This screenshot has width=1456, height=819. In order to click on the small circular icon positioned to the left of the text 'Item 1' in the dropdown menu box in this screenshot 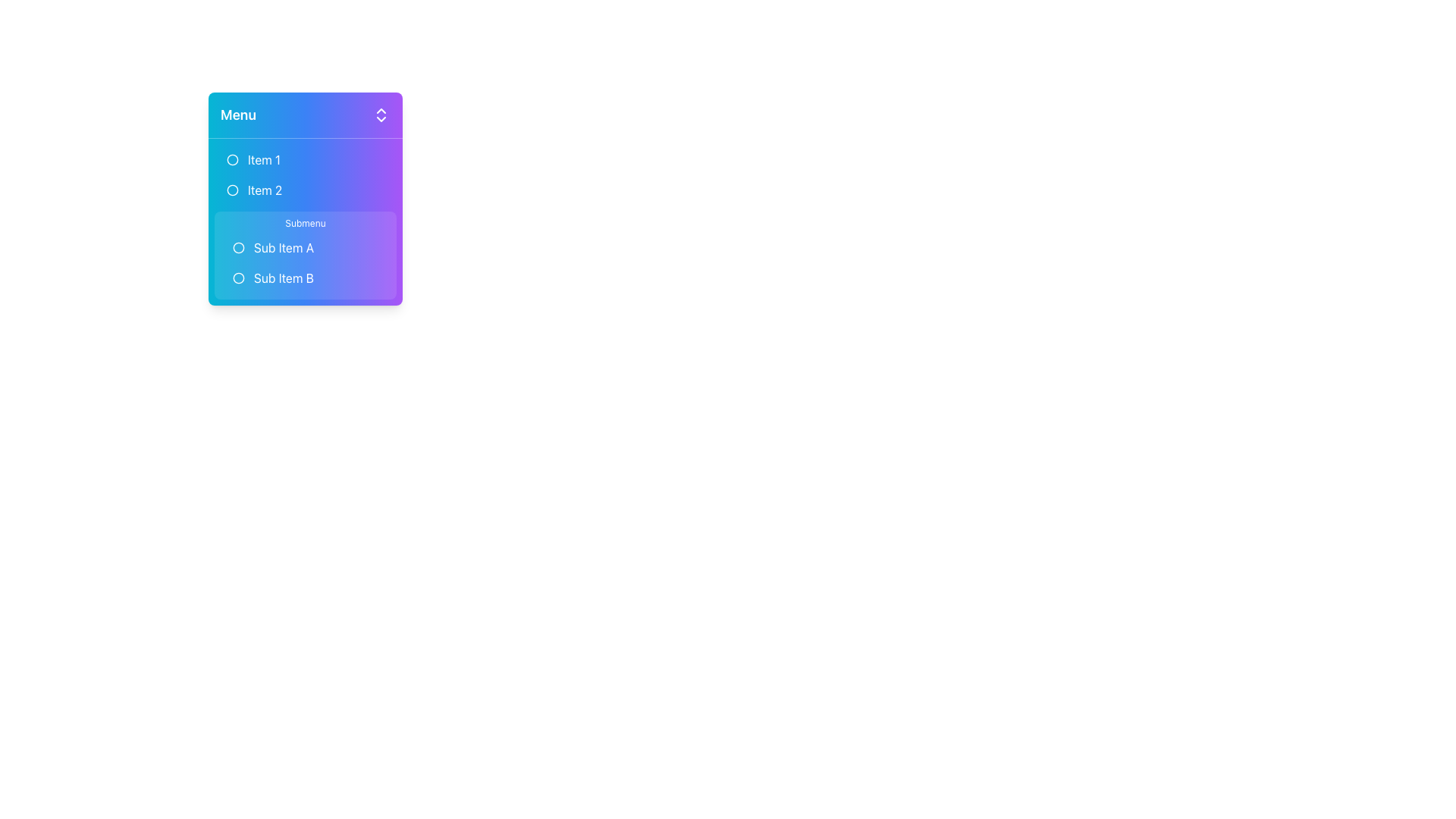, I will do `click(232, 160)`.